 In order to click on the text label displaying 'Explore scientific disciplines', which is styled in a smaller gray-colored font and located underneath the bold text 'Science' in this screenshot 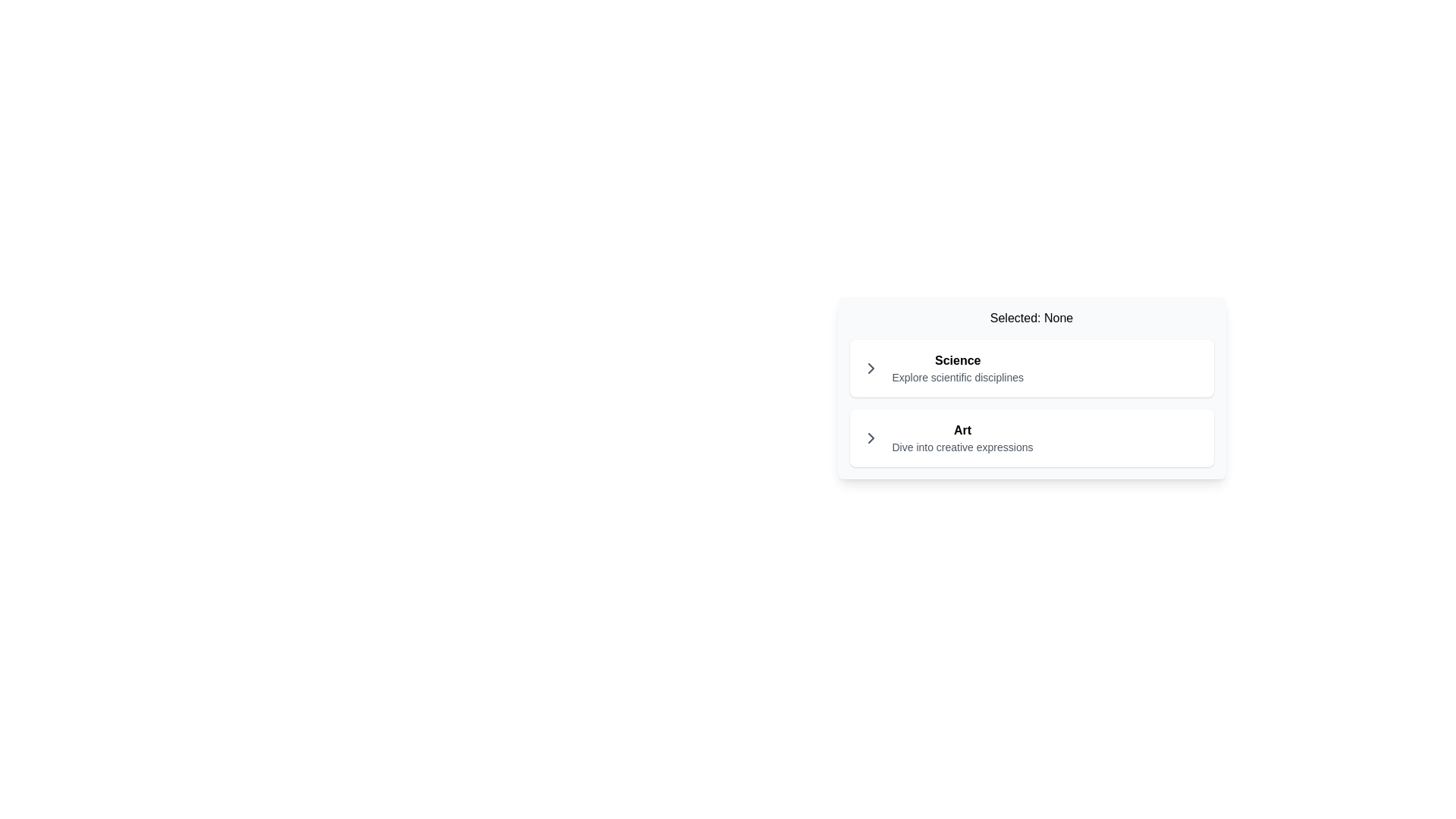, I will do `click(957, 376)`.